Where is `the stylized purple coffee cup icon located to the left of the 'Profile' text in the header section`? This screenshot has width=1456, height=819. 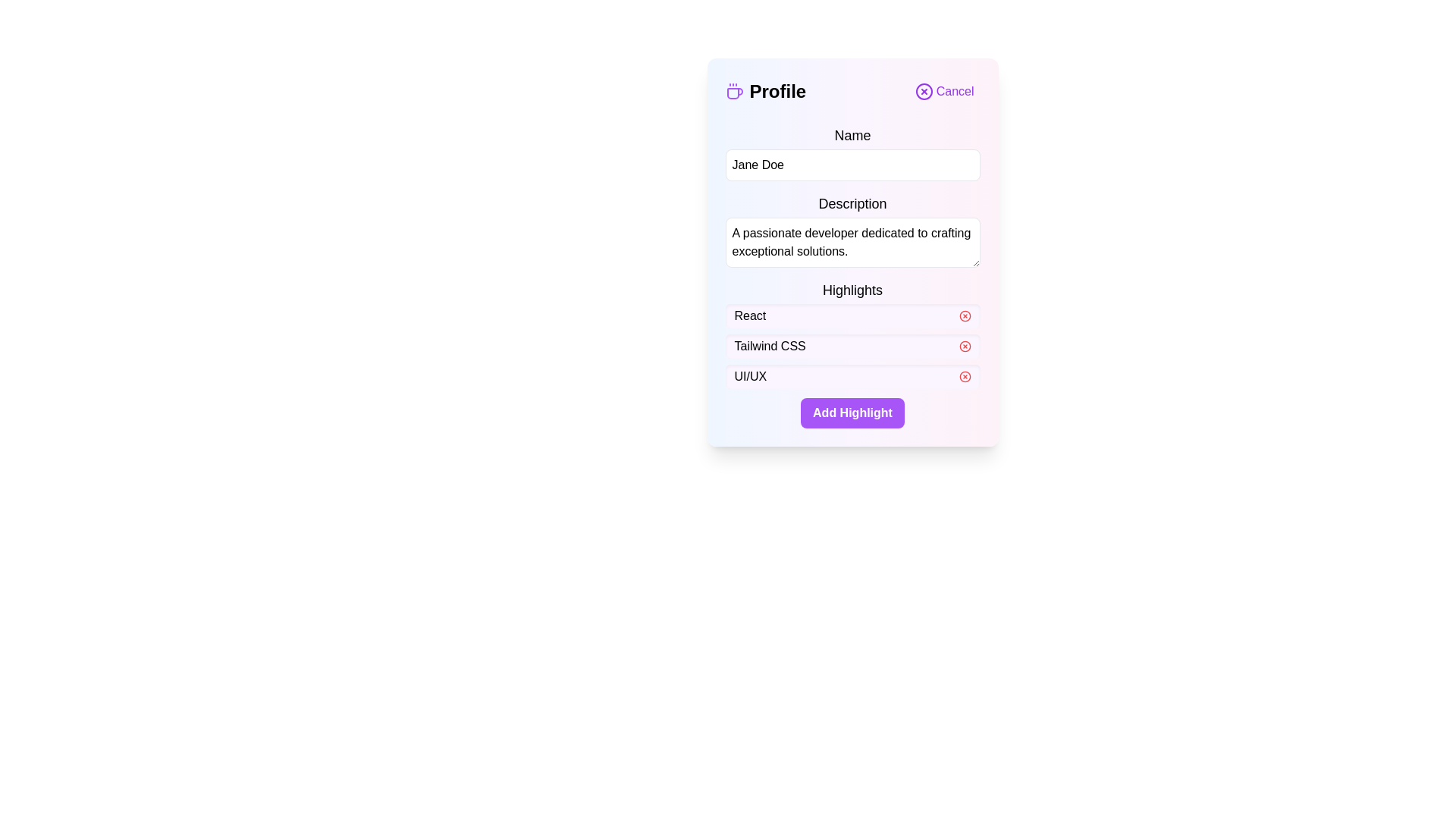
the stylized purple coffee cup icon located to the left of the 'Profile' text in the header section is located at coordinates (734, 91).